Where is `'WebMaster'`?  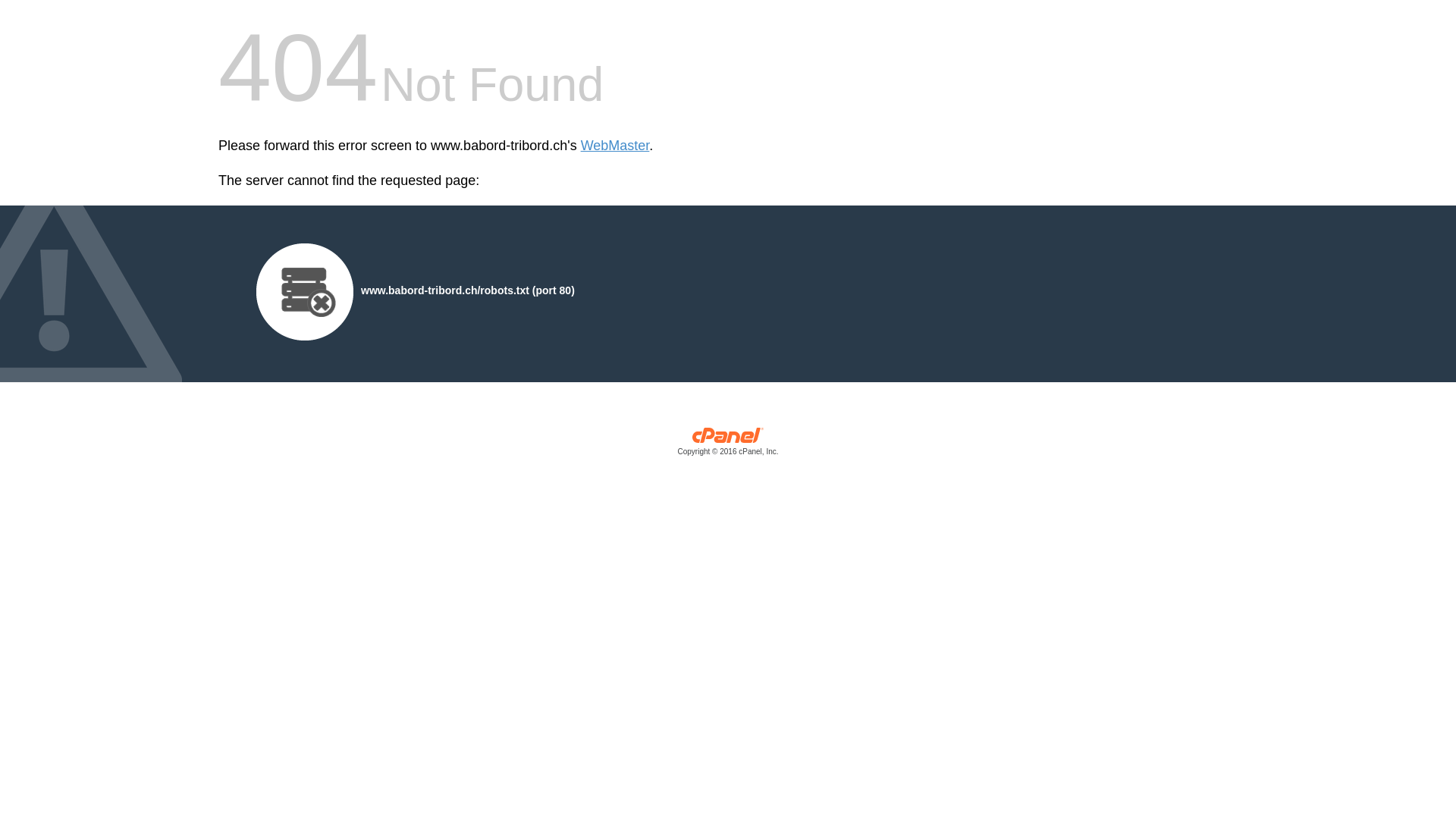
'WebMaster' is located at coordinates (615, 146).